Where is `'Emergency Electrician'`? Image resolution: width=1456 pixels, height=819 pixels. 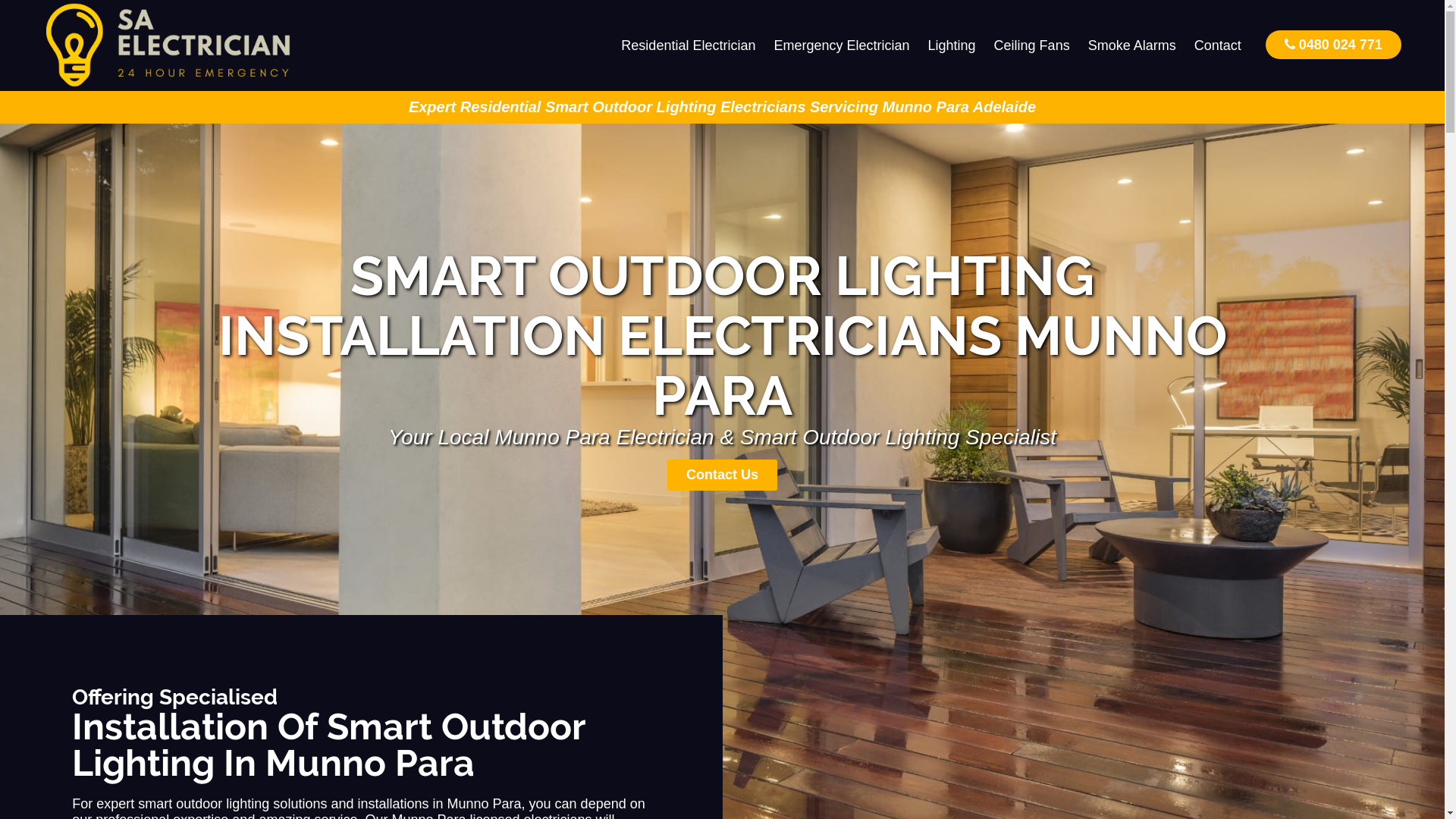
'Emergency Electrician' is located at coordinates (840, 45).